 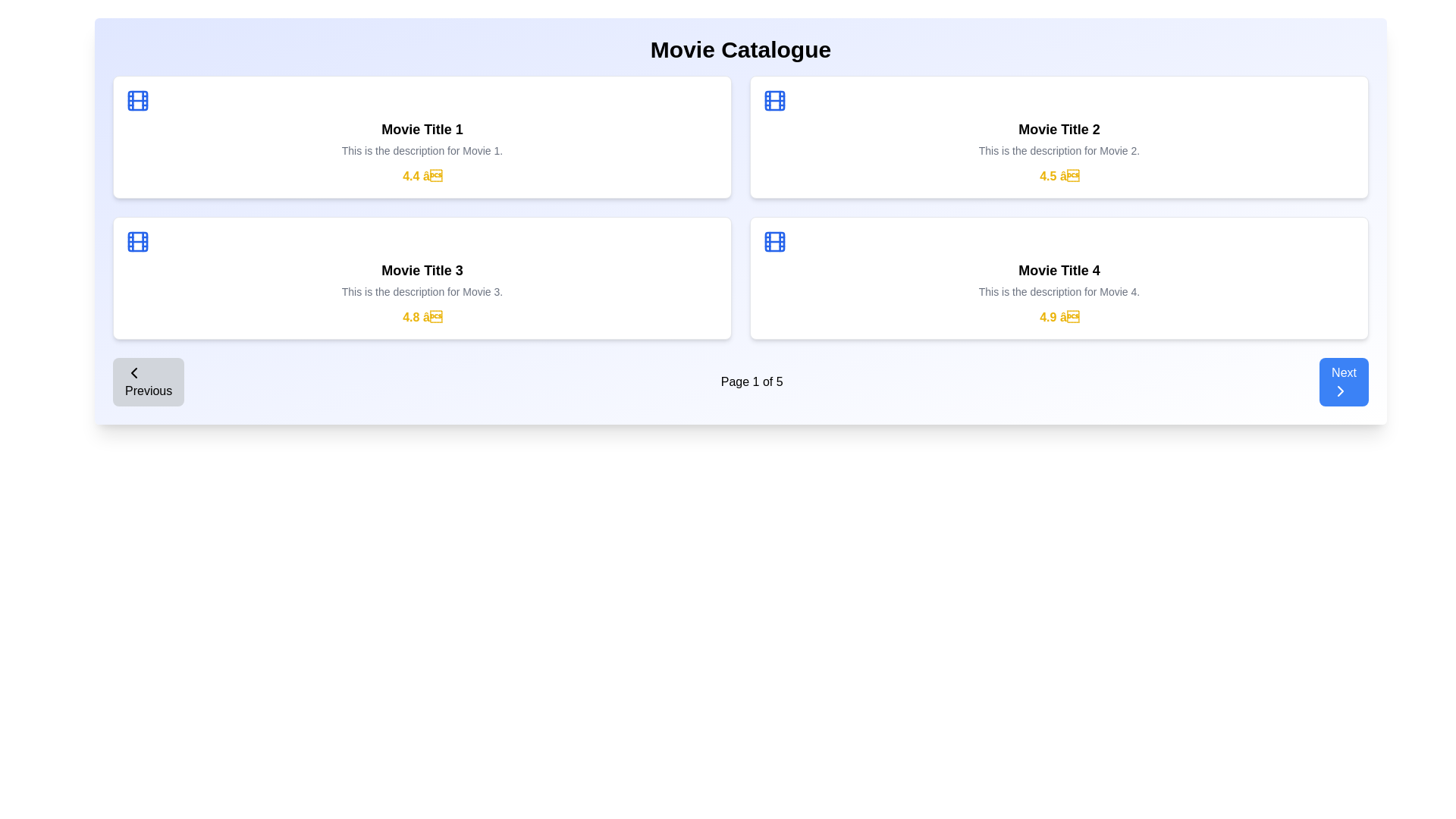 I want to click on the text element with an icon that visually represents the user rating for 'Movie Title 2', located below the movie description, so click(x=1058, y=175).